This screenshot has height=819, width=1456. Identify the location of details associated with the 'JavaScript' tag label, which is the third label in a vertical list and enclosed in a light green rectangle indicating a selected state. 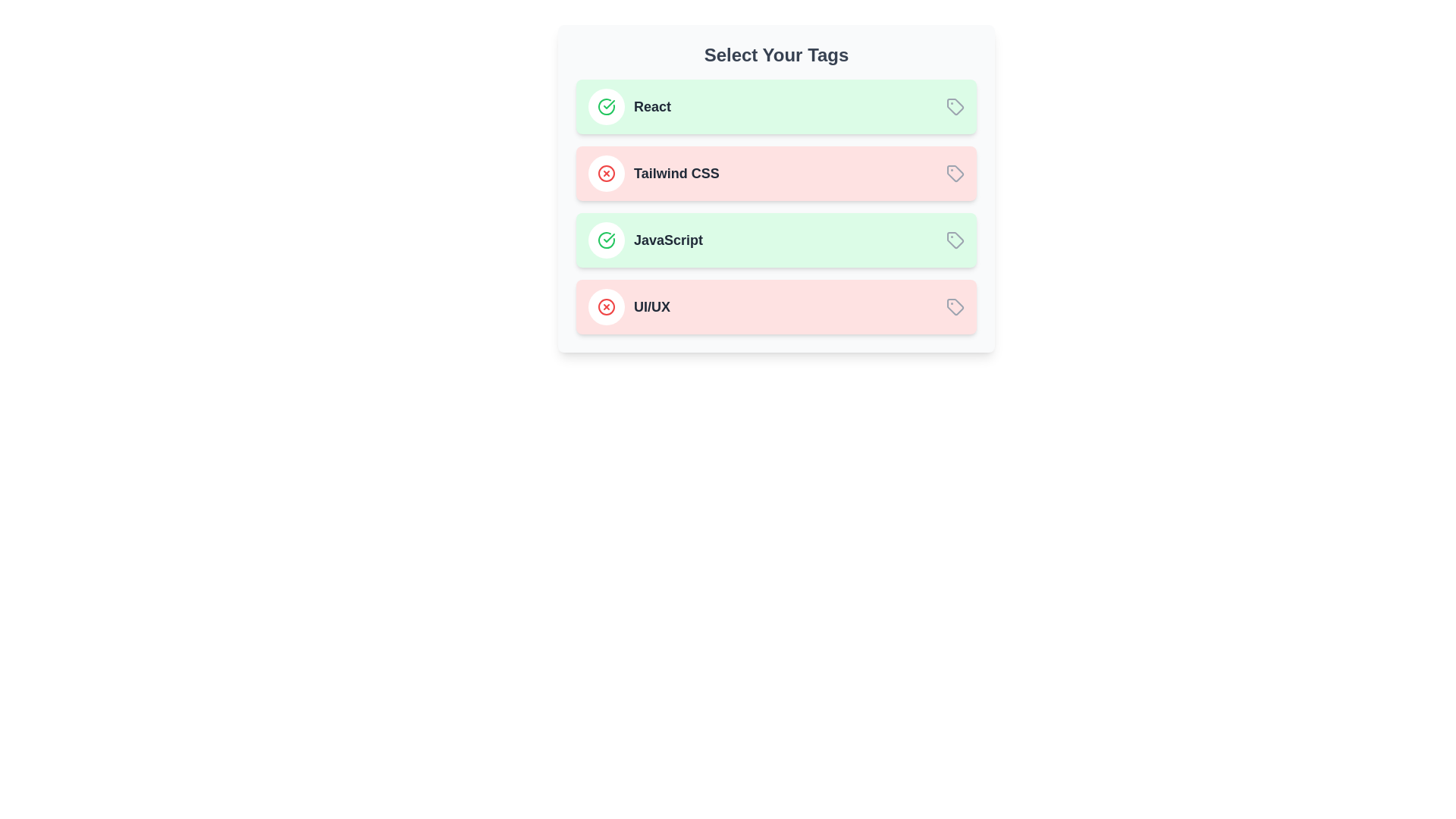
(667, 239).